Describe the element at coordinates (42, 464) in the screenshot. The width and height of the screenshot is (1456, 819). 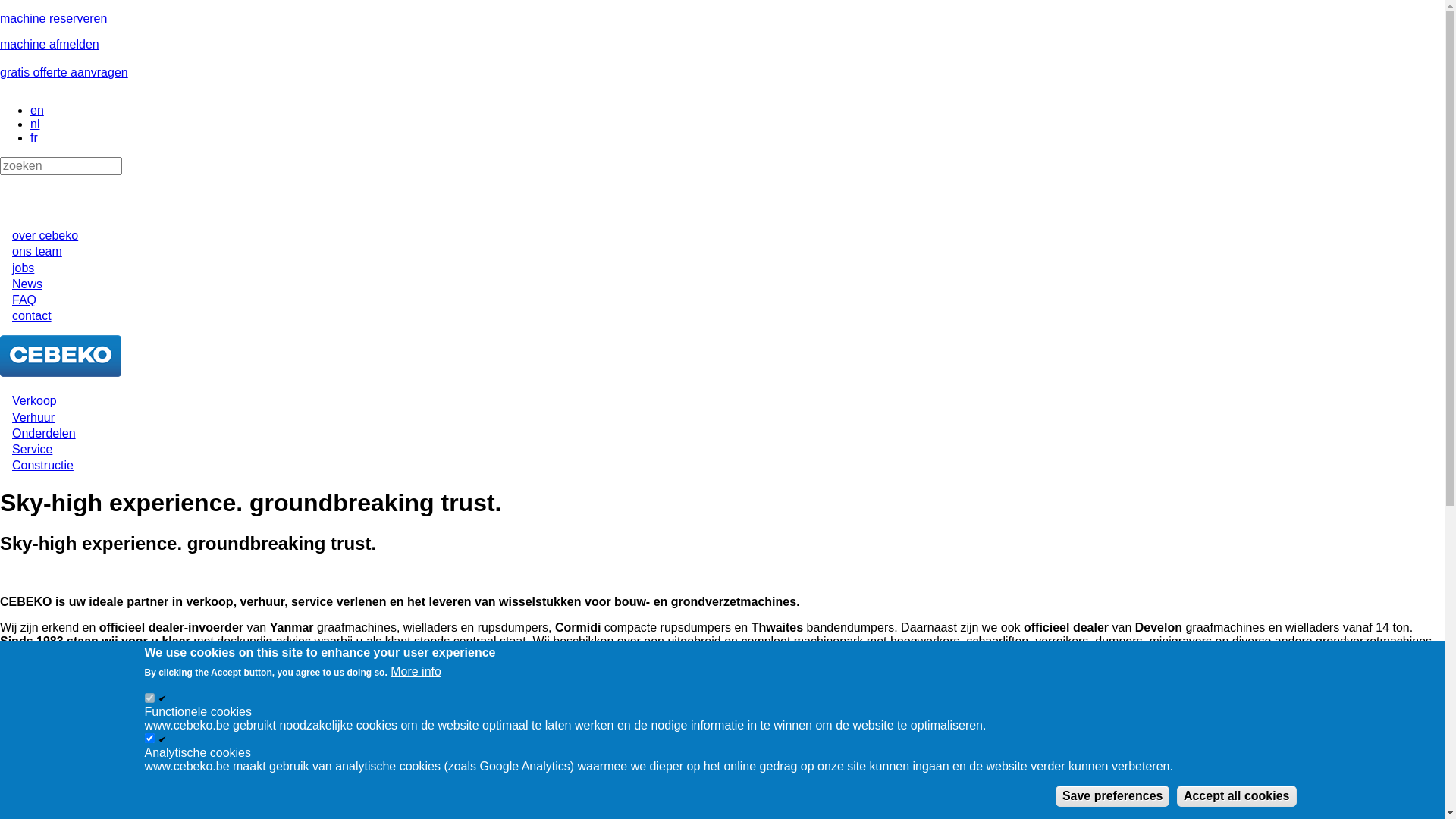
I see `'Constructie'` at that location.